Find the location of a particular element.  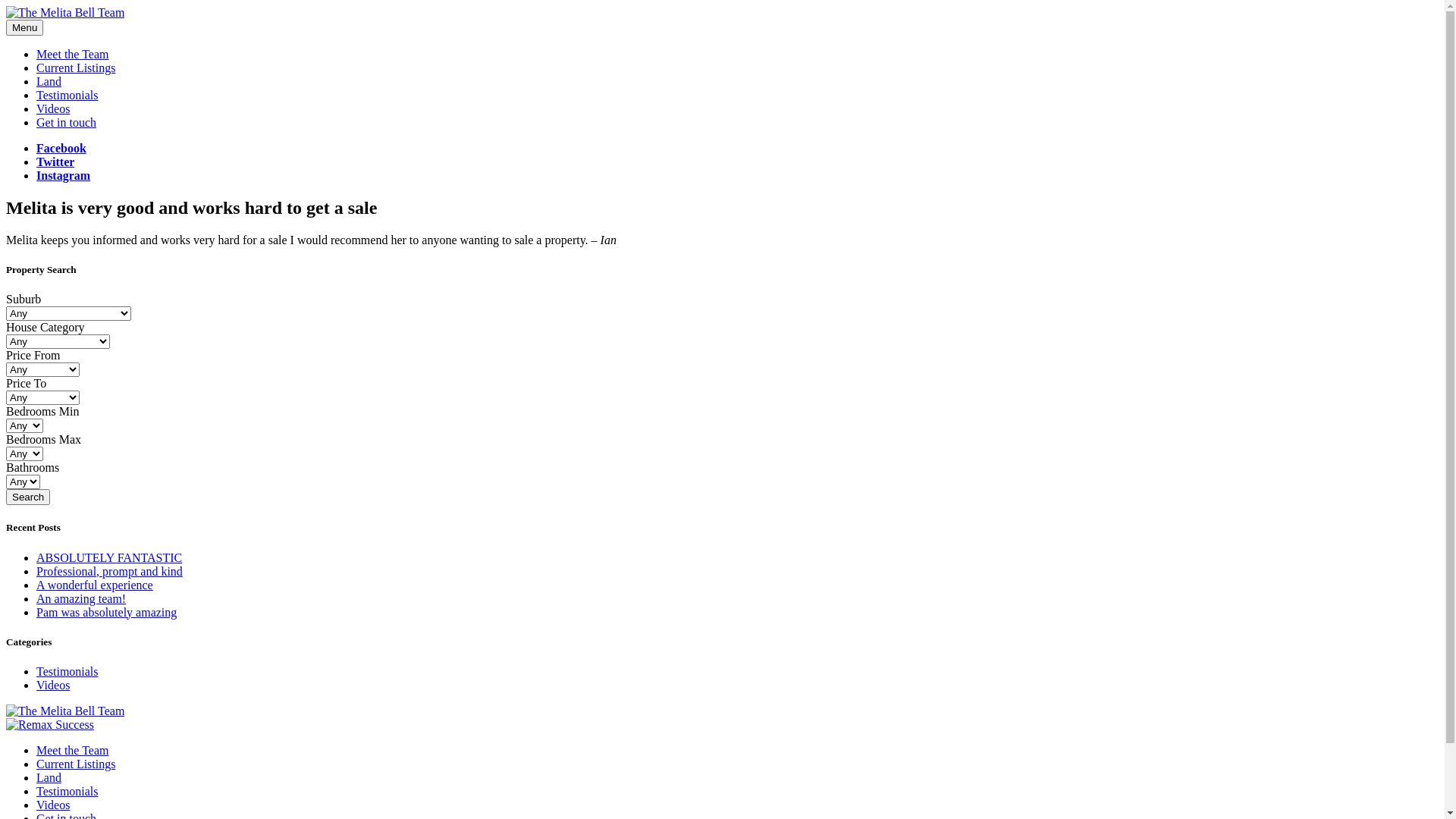

'Current Listings' is located at coordinates (75, 67).